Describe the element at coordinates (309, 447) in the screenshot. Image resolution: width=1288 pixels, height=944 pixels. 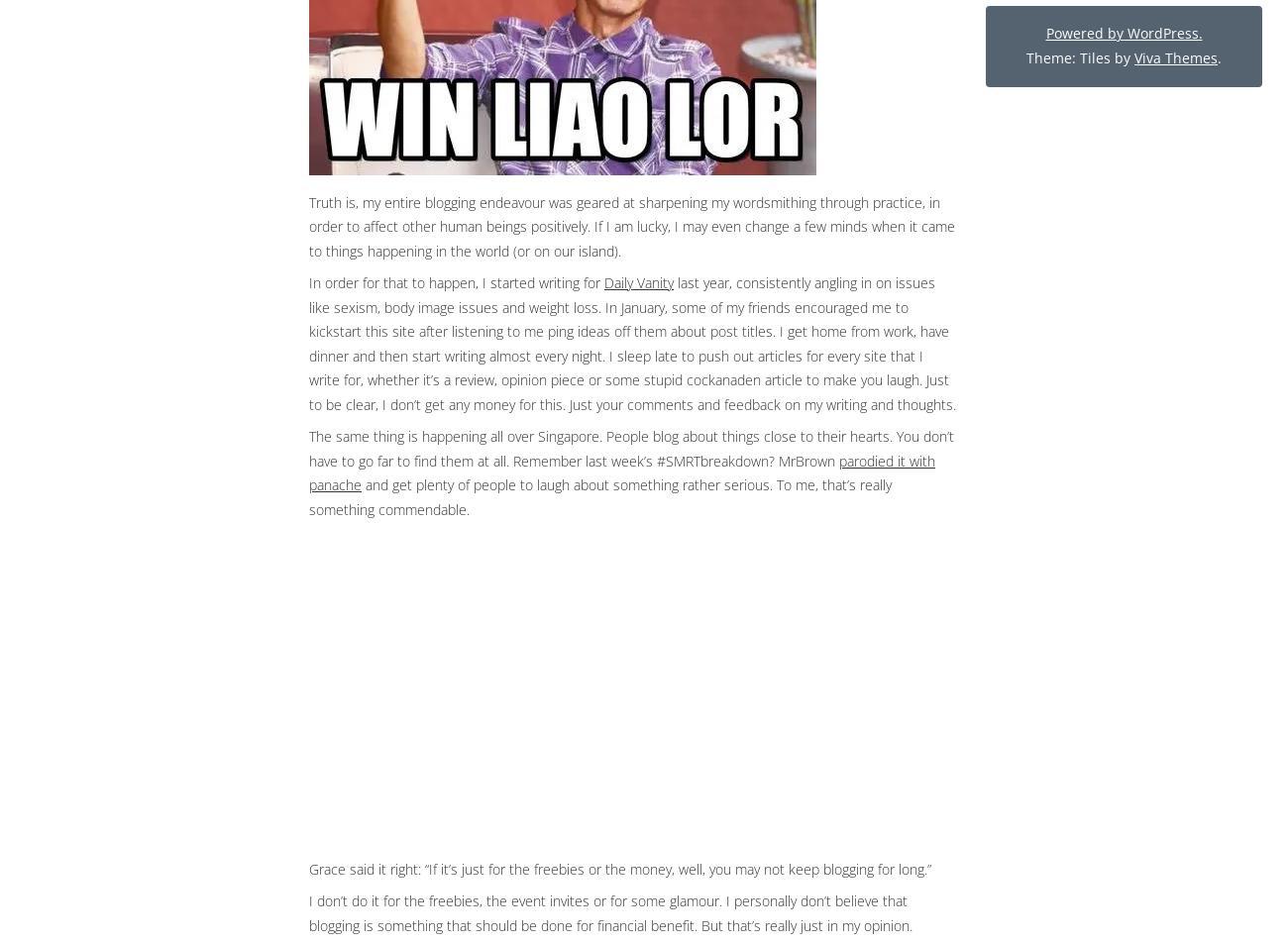
I see `'The same thing is happening all over Singapore. People blog about things close to their hearts. You don’t have to go far to find them at all. Remember last week’s #SMRTbreakdown? MrBrown'` at that location.